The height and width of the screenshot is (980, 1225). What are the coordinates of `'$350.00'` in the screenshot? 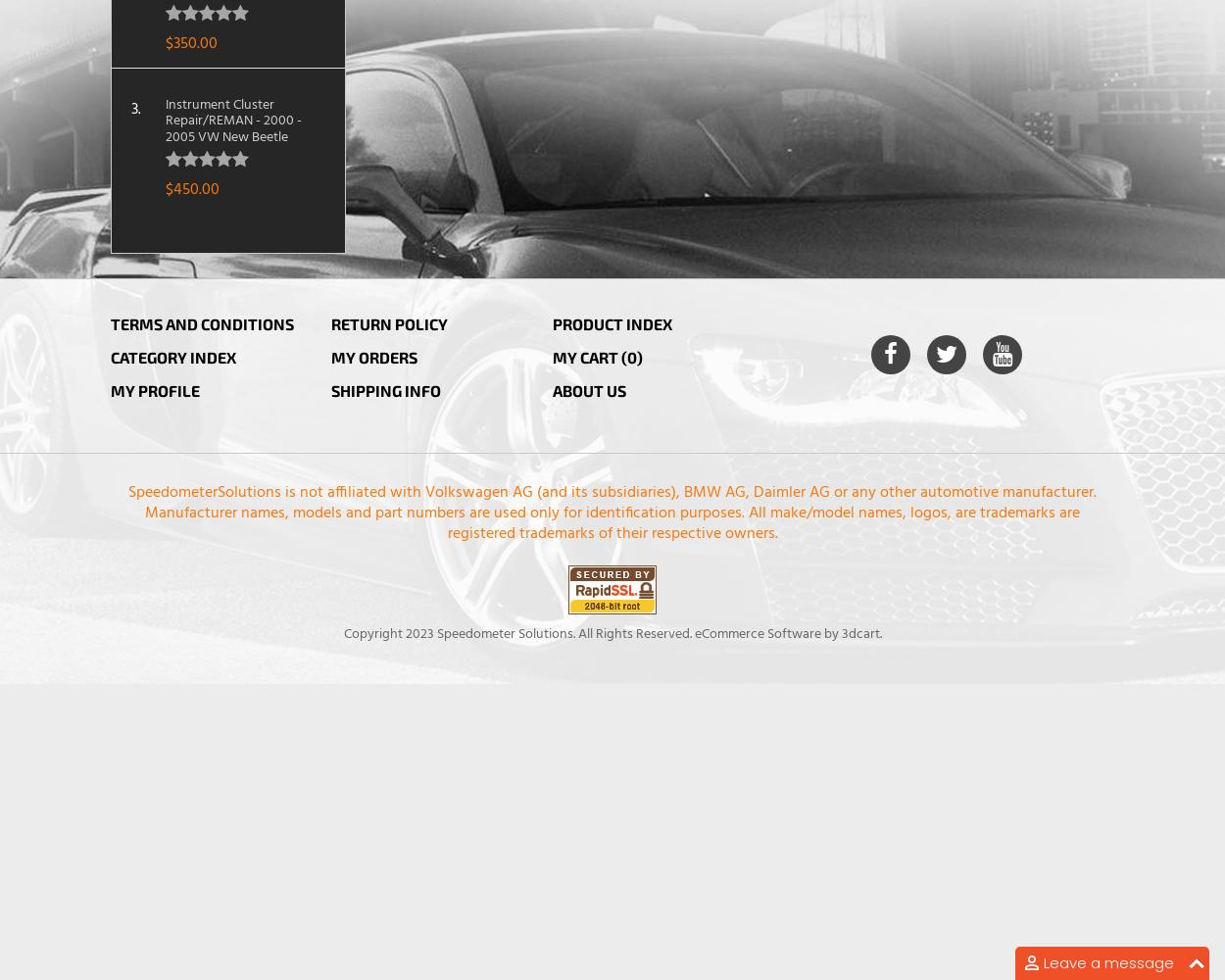 It's located at (189, 43).